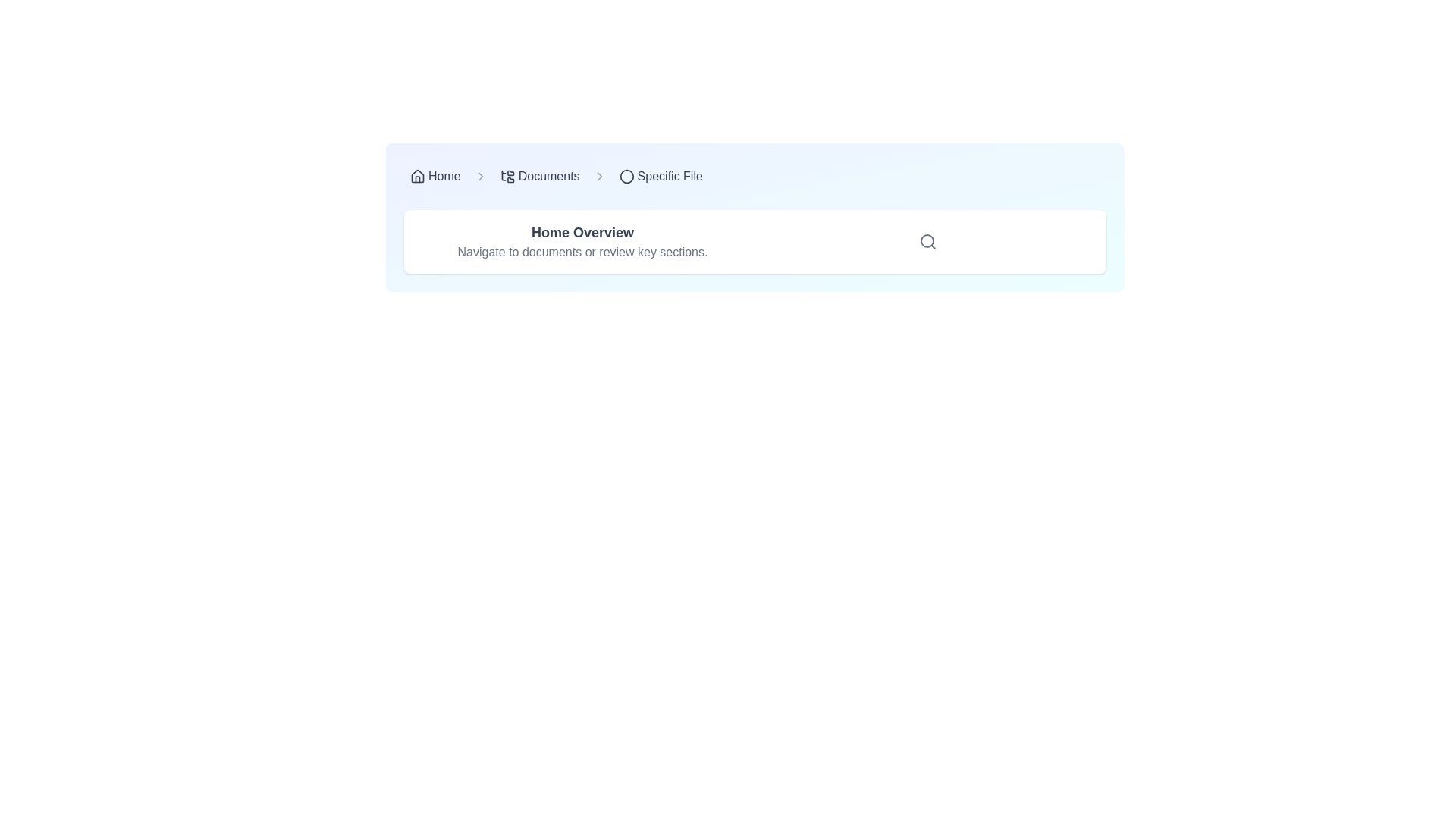  Describe the element at coordinates (755, 241) in the screenshot. I see `the informational panel or card that provides guidance for navigation or document review tools, located in the middle of the interface with a white block and shadowing` at that location.